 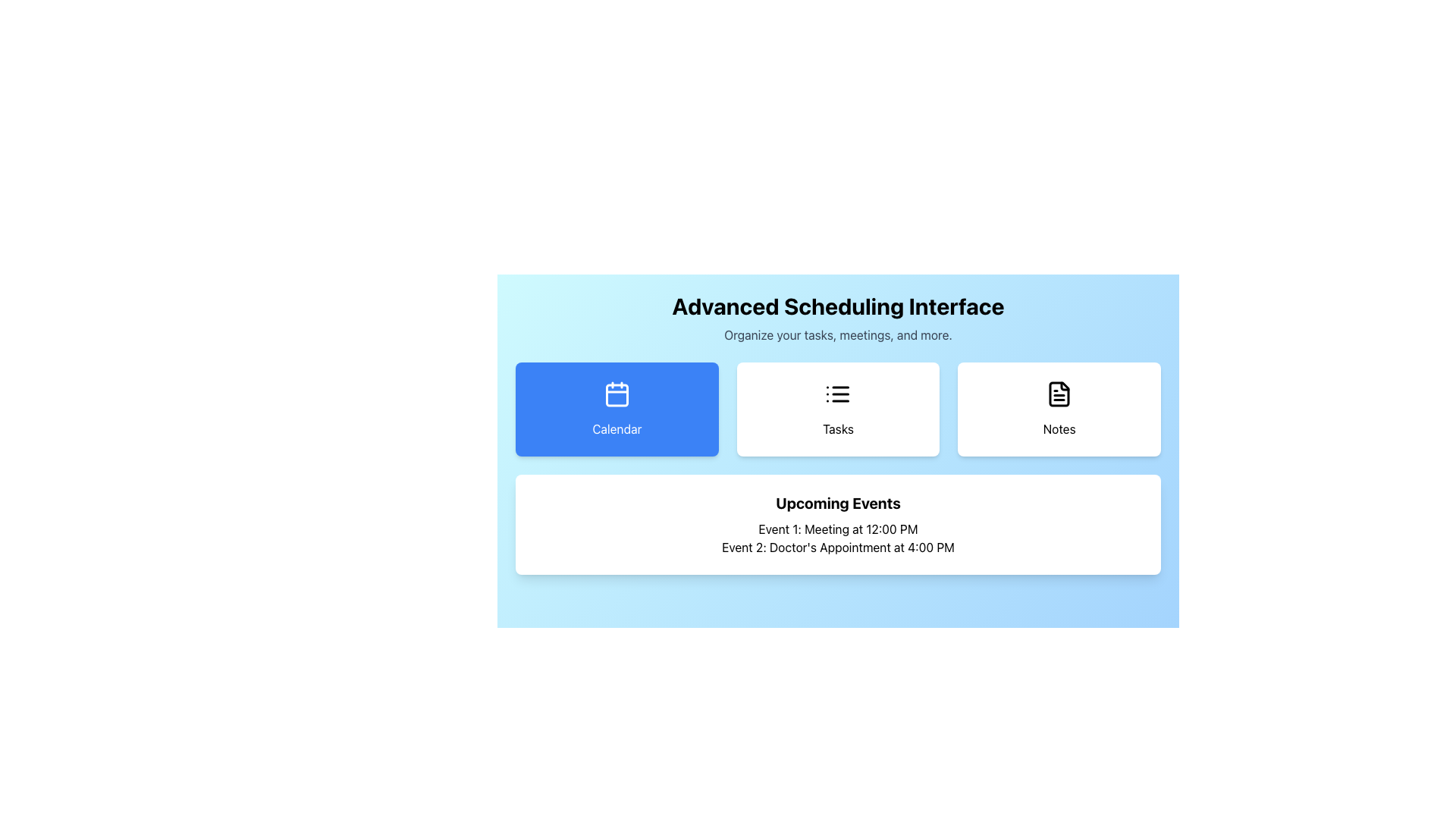 What do you see at coordinates (617, 409) in the screenshot?
I see `the first button in the horizontal row of three, located at the top left corner` at bounding box center [617, 409].